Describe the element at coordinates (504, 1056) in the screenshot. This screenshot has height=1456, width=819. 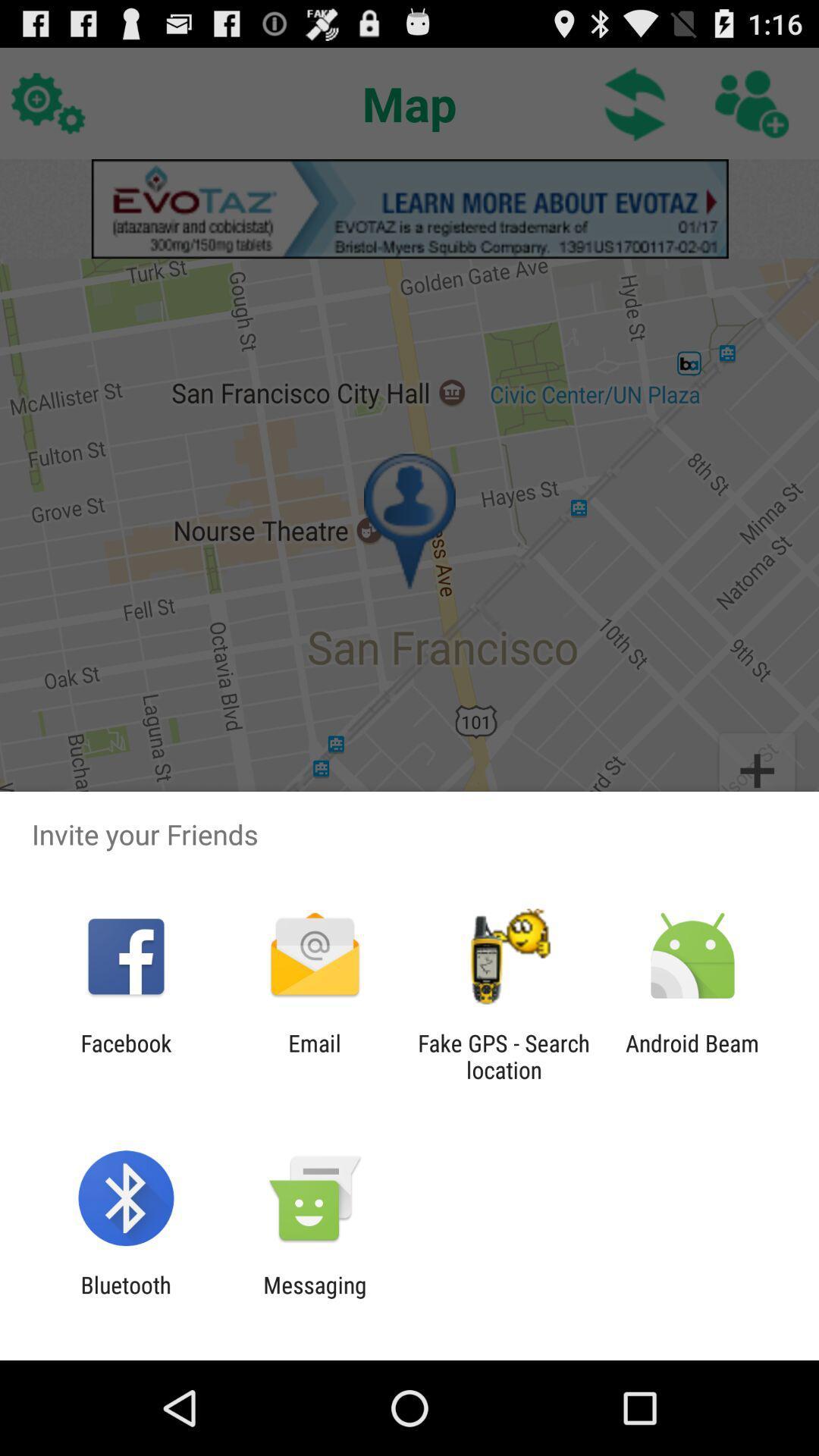
I see `icon next to android beam app` at that location.